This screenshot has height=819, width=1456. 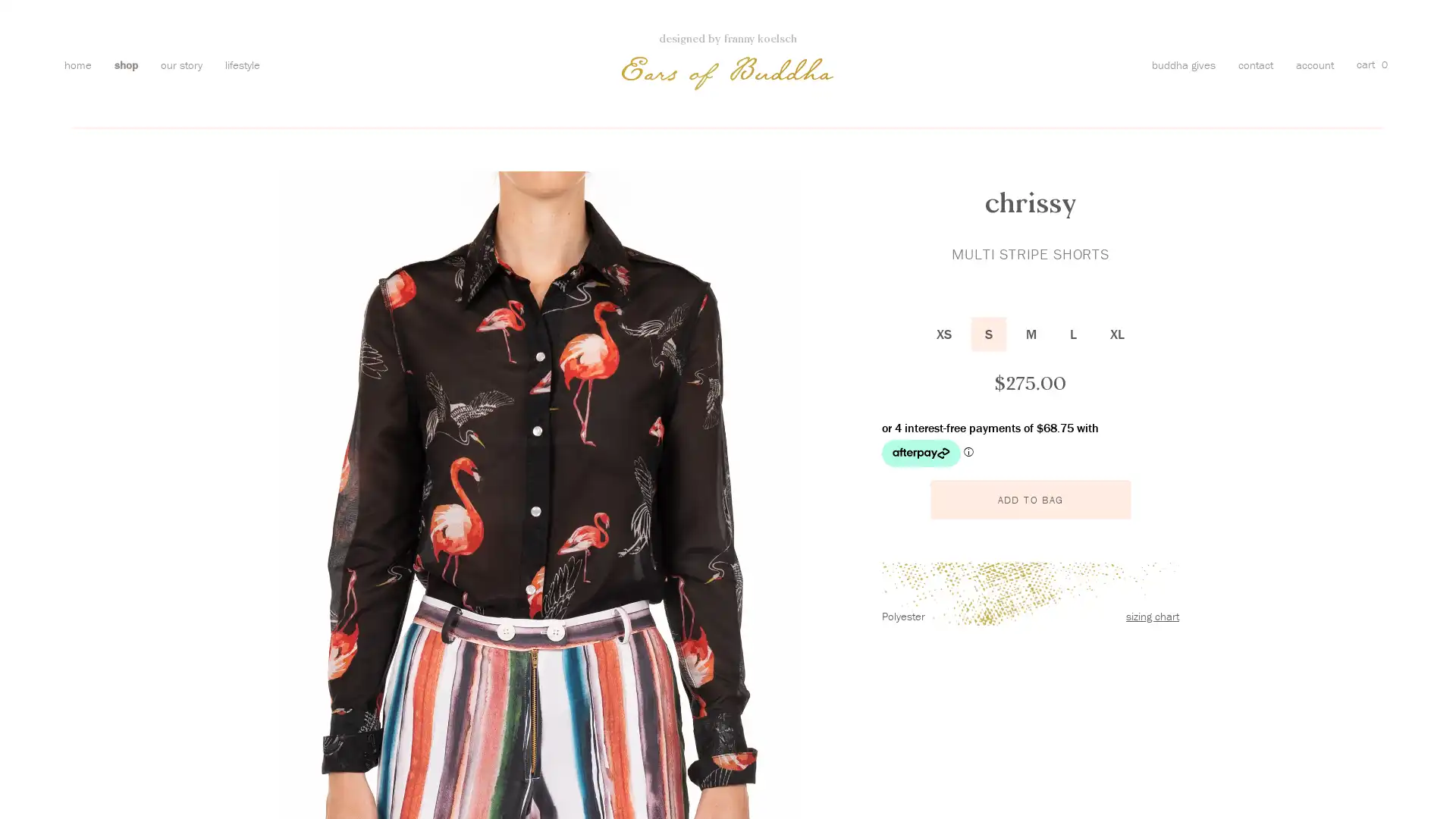 I want to click on Afterpay logo - Opens a dialog, so click(x=920, y=455).